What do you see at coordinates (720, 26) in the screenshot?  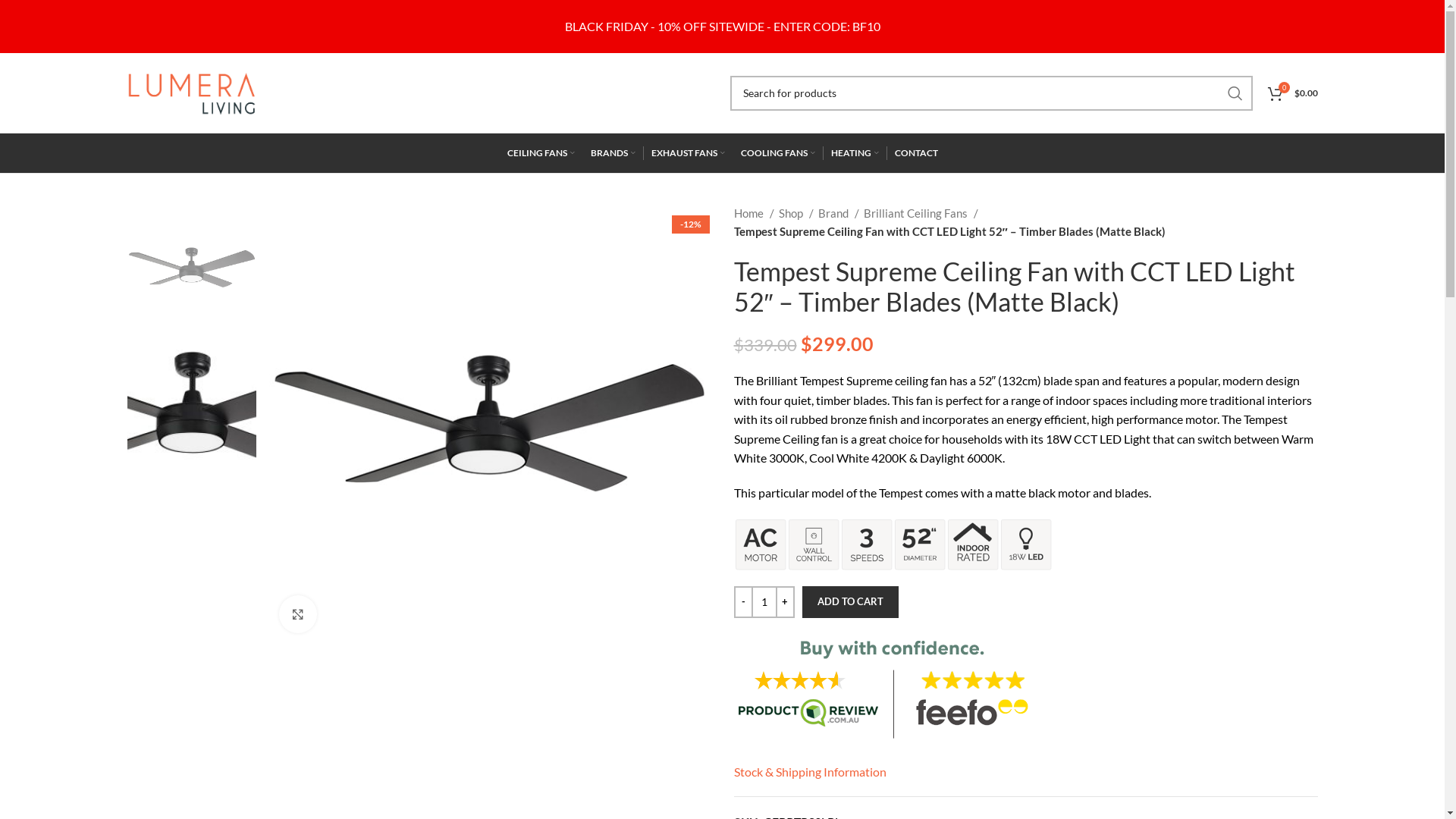 I see `'BLACK FRIDAY - 10% OFF SITEWIDE - ENTER CODE: BF10'` at bounding box center [720, 26].